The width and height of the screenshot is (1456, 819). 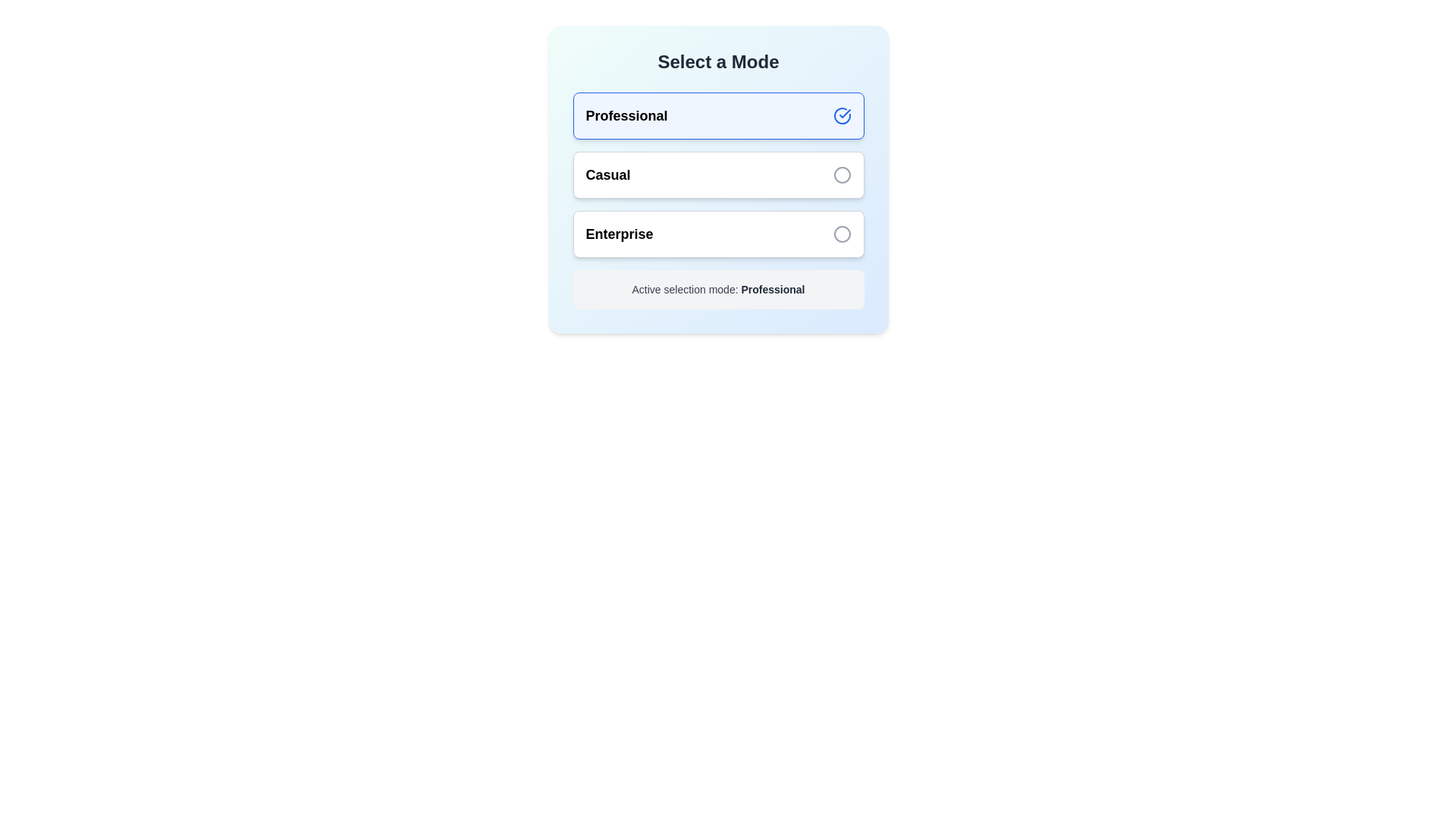 I want to click on the 'Enterprise' selectable card, which is the third option in a vertical list, to trigger its hover effects, so click(x=717, y=234).